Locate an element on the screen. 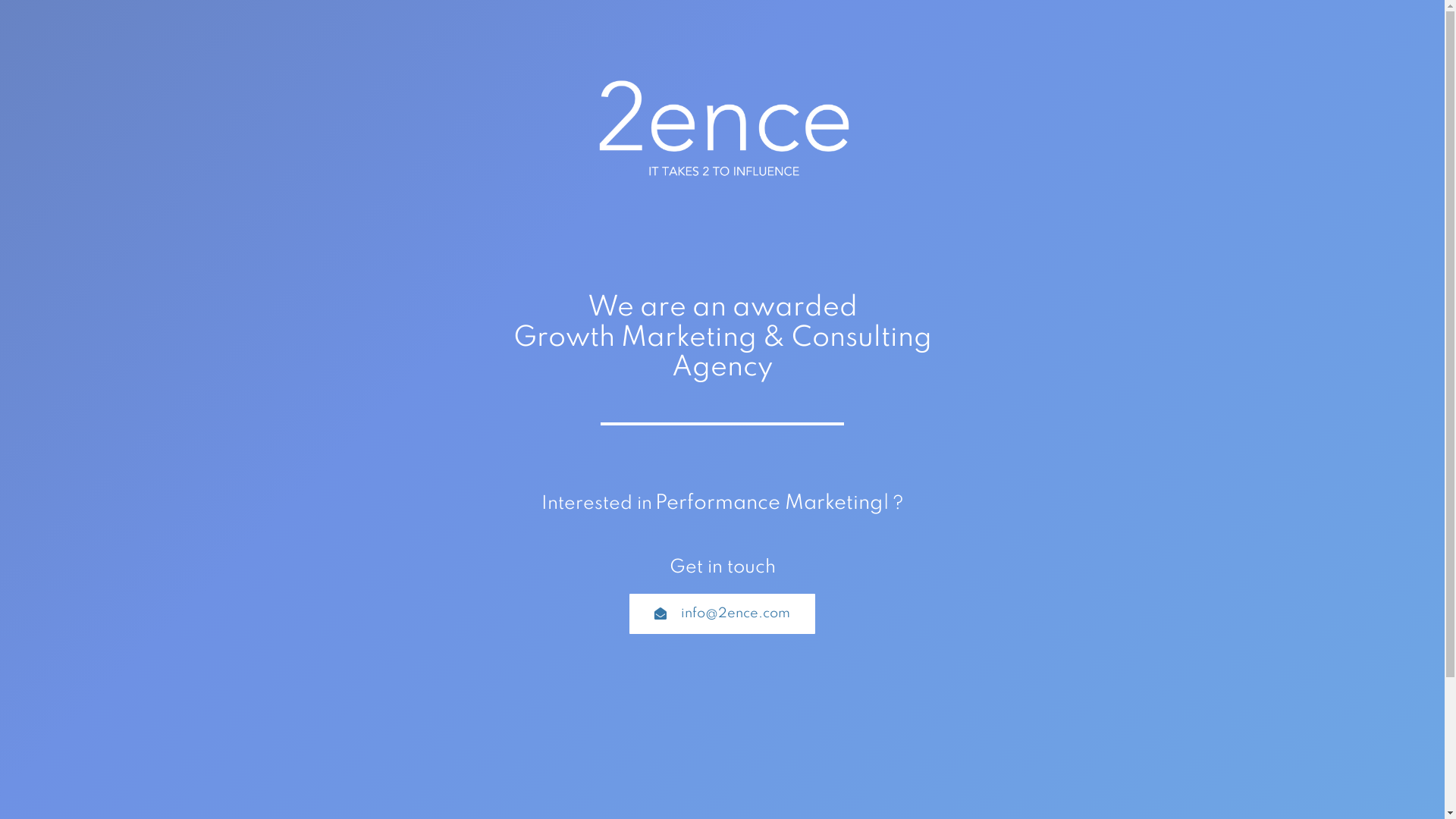 The width and height of the screenshot is (1456, 819). 'info@2ence.com' is located at coordinates (629, 613).